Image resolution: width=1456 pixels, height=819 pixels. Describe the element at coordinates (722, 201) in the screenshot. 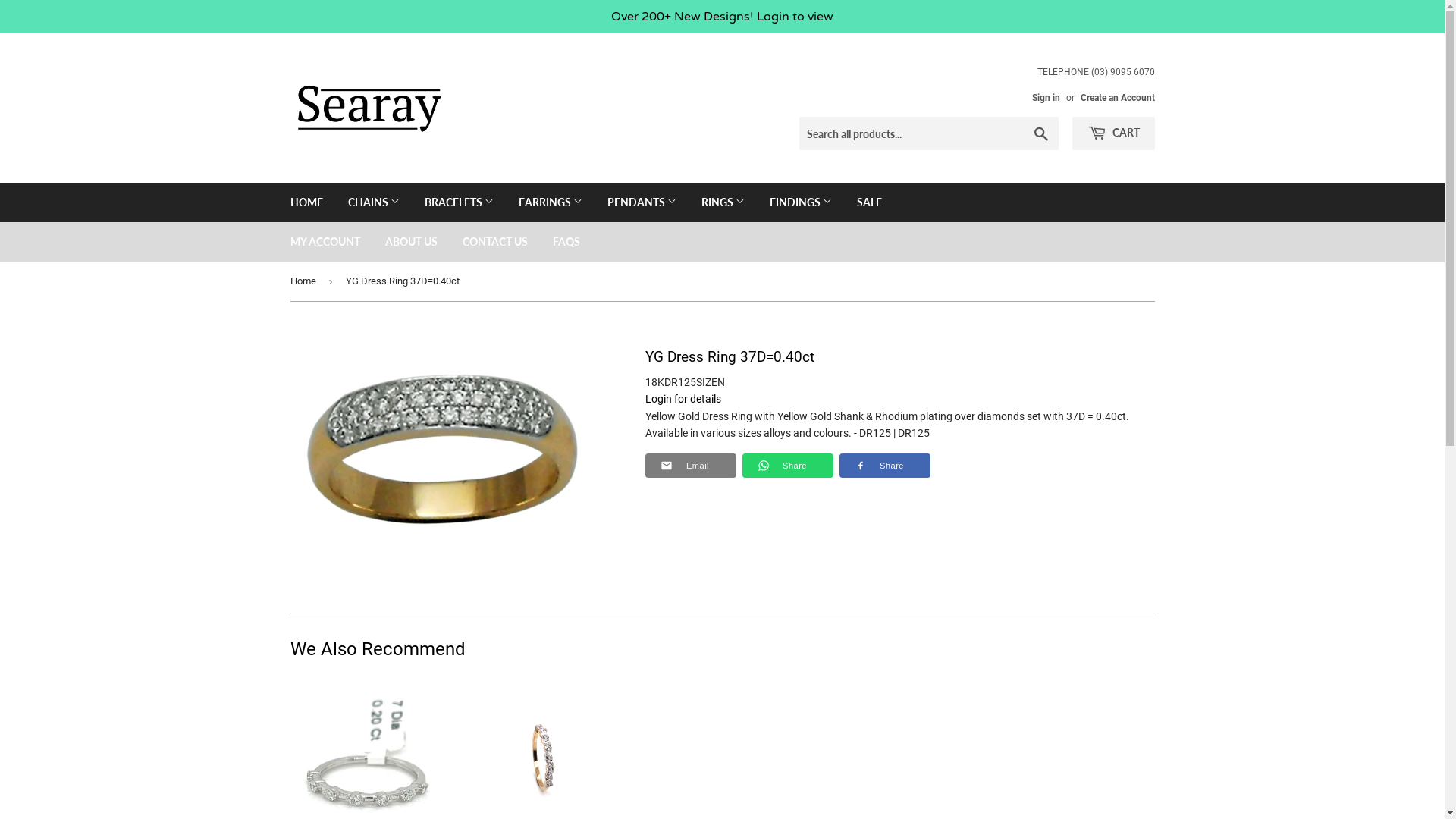

I see `'RINGS'` at that location.